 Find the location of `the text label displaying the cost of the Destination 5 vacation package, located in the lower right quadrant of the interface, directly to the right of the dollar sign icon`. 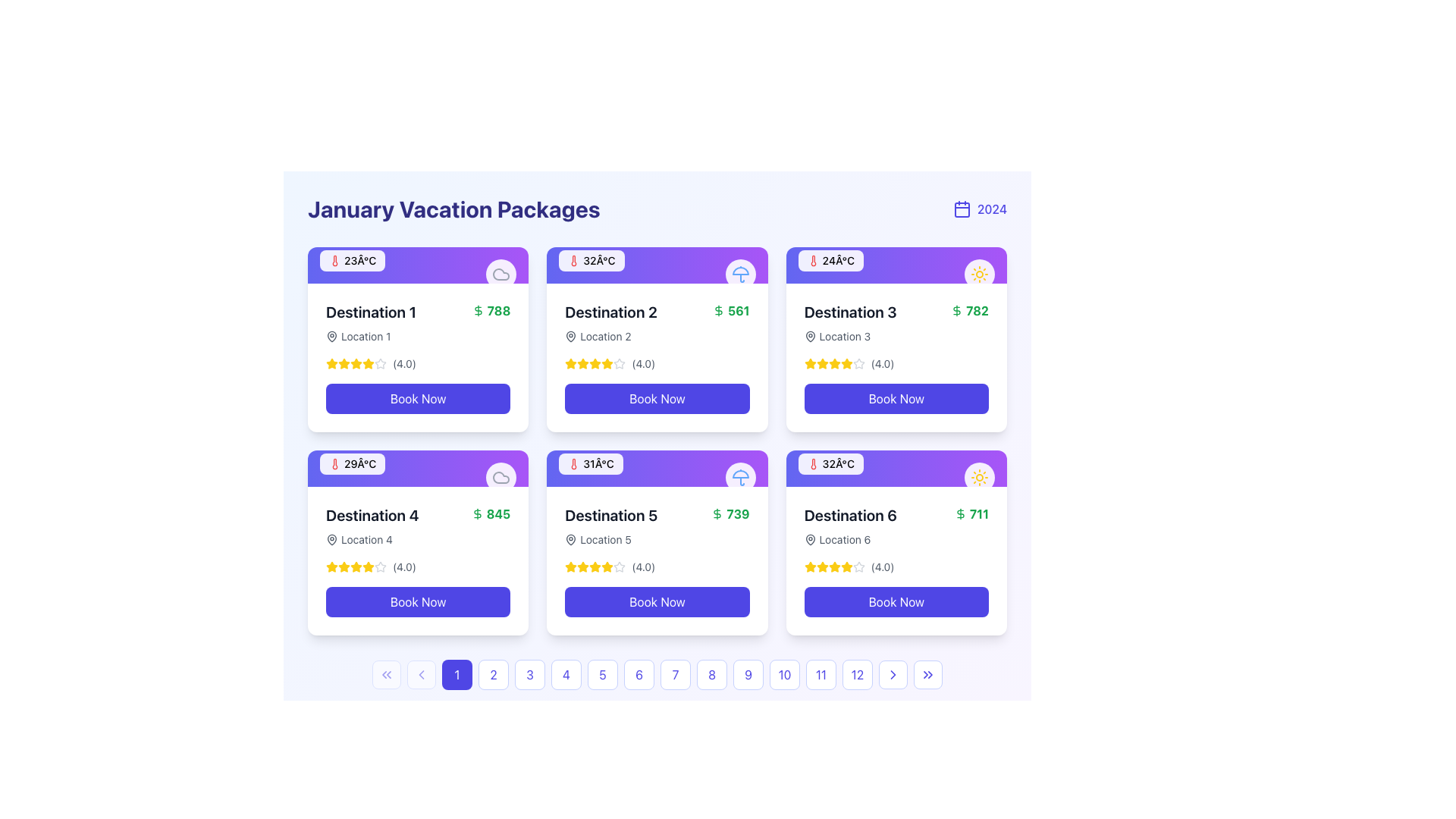

the text label displaying the cost of the Destination 5 vacation package, located in the lower right quadrant of the interface, directly to the right of the dollar sign icon is located at coordinates (738, 513).